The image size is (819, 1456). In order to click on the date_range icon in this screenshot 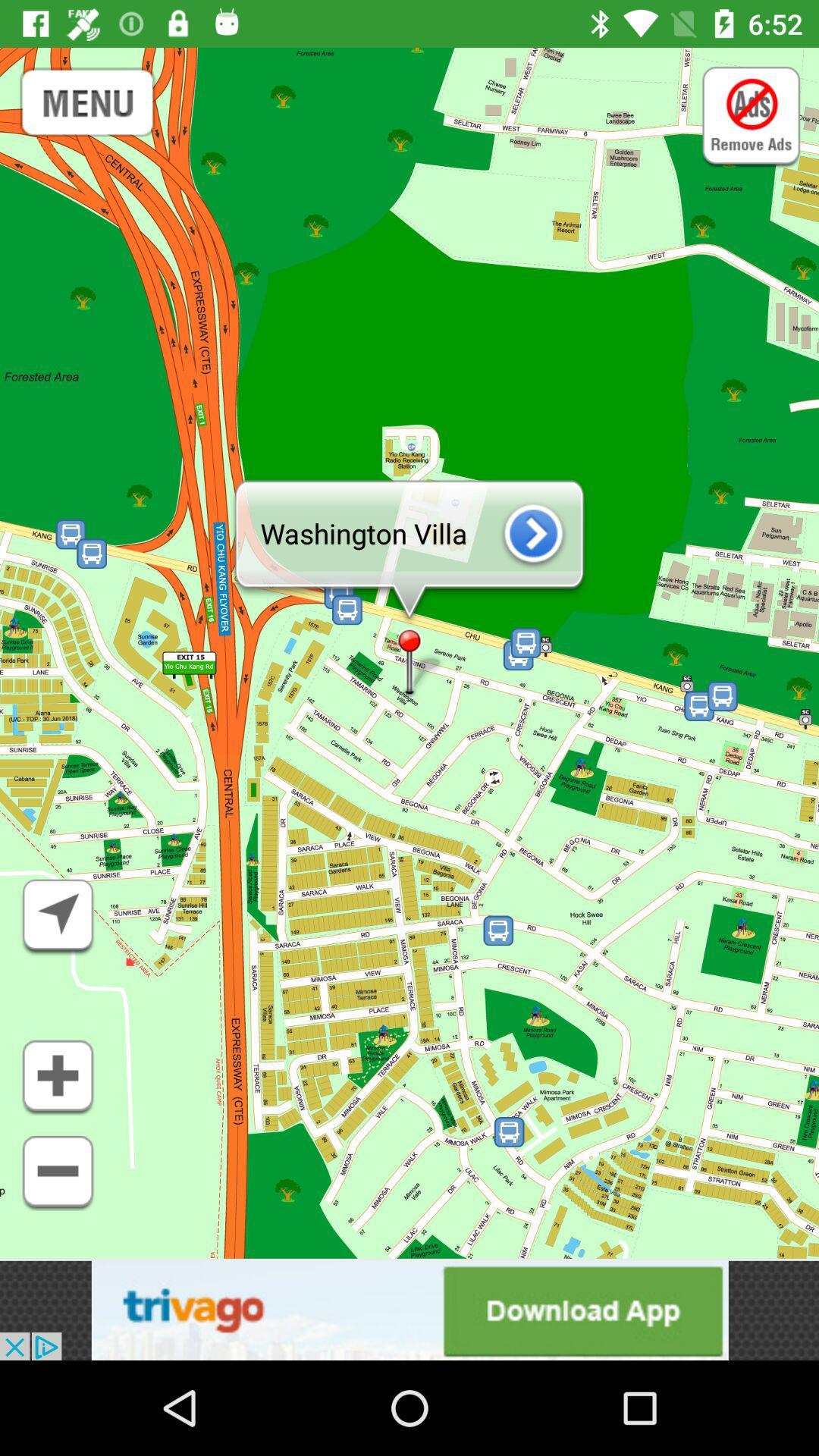, I will do `click(87, 102)`.